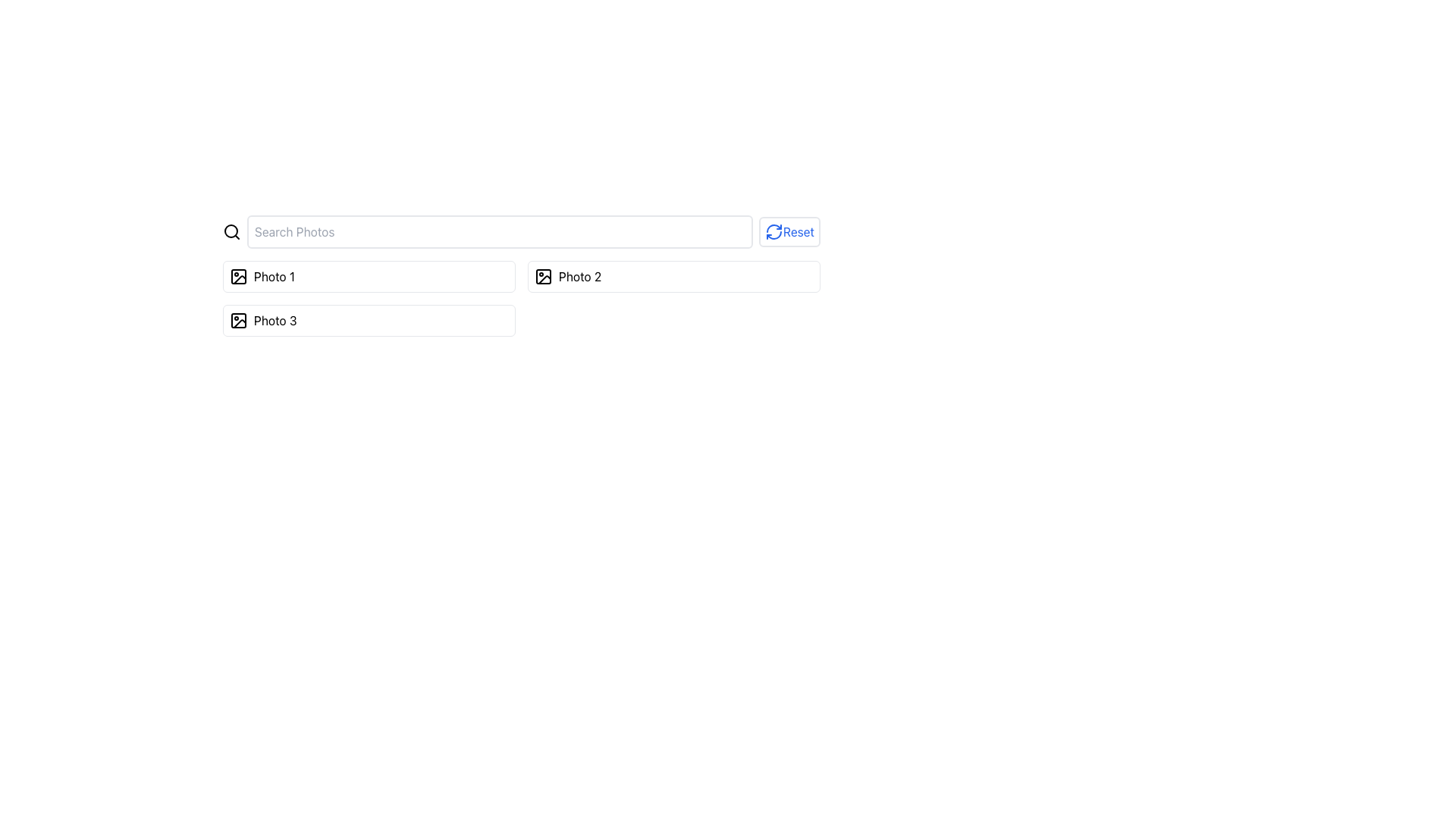 Image resolution: width=1456 pixels, height=819 pixels. What do you see at coordinates (673, 277) in the screenshot?
I see `the second button in a series of three that interacts with 'Photo 2'` at bounding box center [673, 277].